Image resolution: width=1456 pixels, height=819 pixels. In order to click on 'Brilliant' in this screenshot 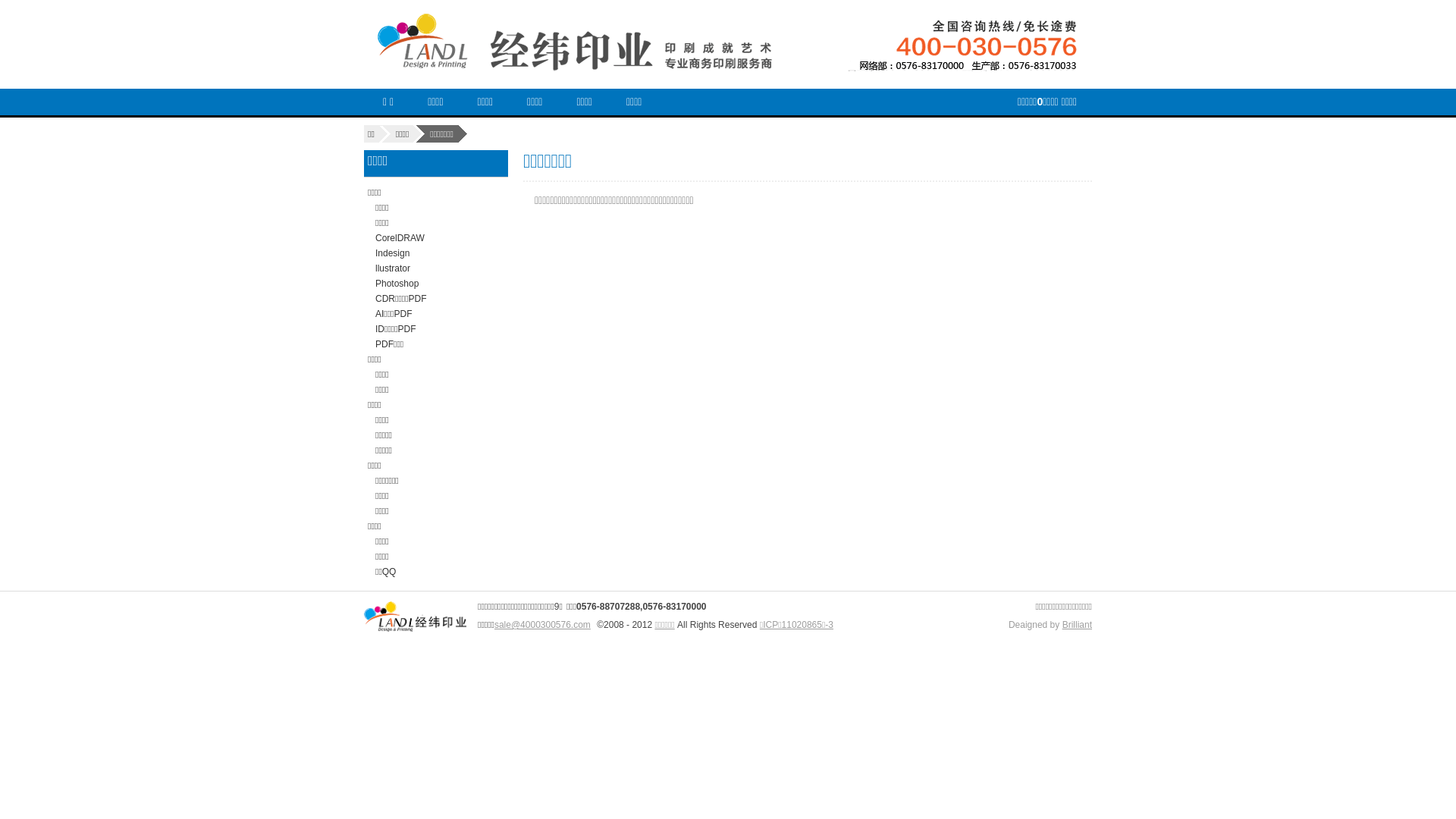, I will do `click(1076, 625)`.